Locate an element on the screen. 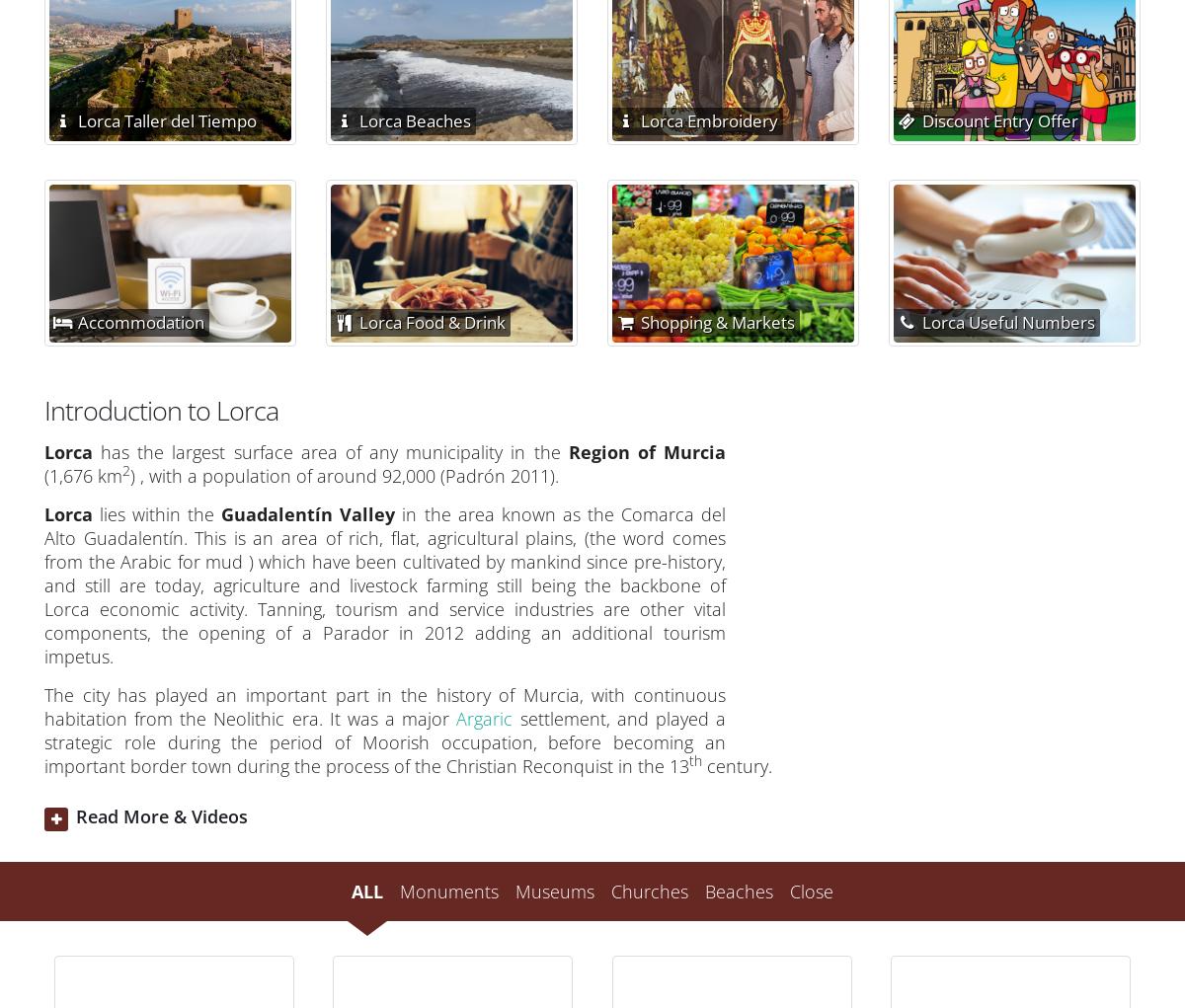 The height and width of the screenshot is (1008, 1185). '(1,676 km' is located at coordinates (83, 475).